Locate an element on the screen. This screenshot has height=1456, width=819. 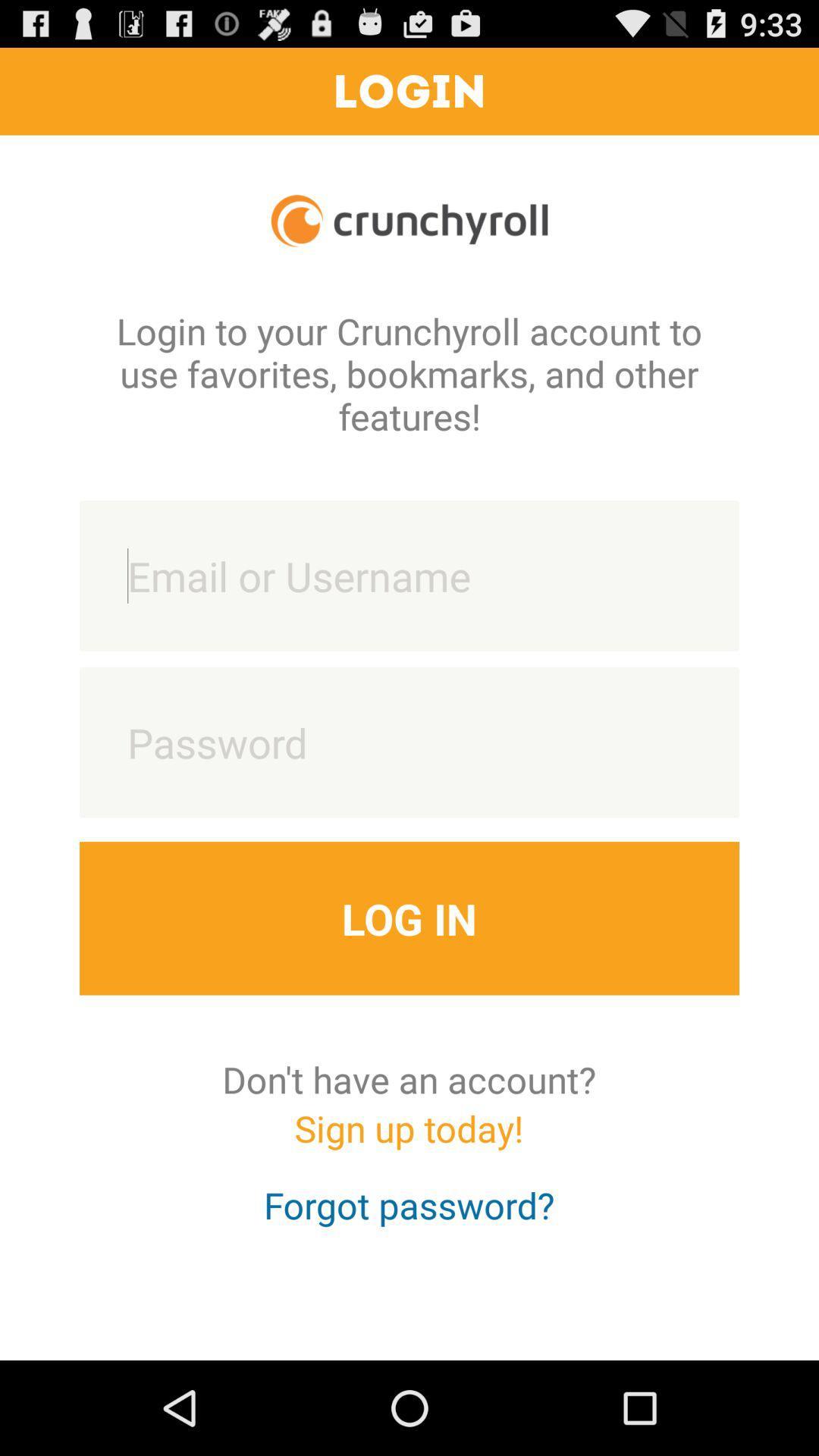
login to cruncyroll is located at coordinates (409, 575).